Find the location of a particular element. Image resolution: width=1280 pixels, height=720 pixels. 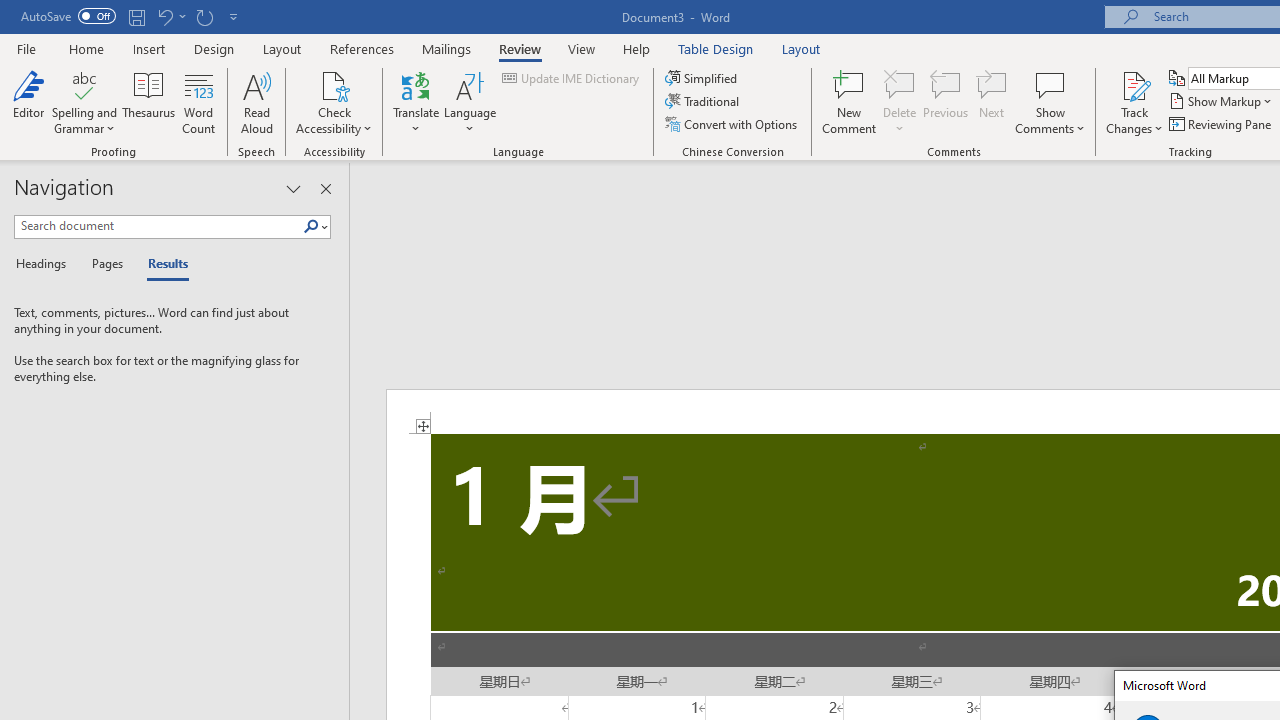

'Track Changes' is located at coordinates (1134, 103).